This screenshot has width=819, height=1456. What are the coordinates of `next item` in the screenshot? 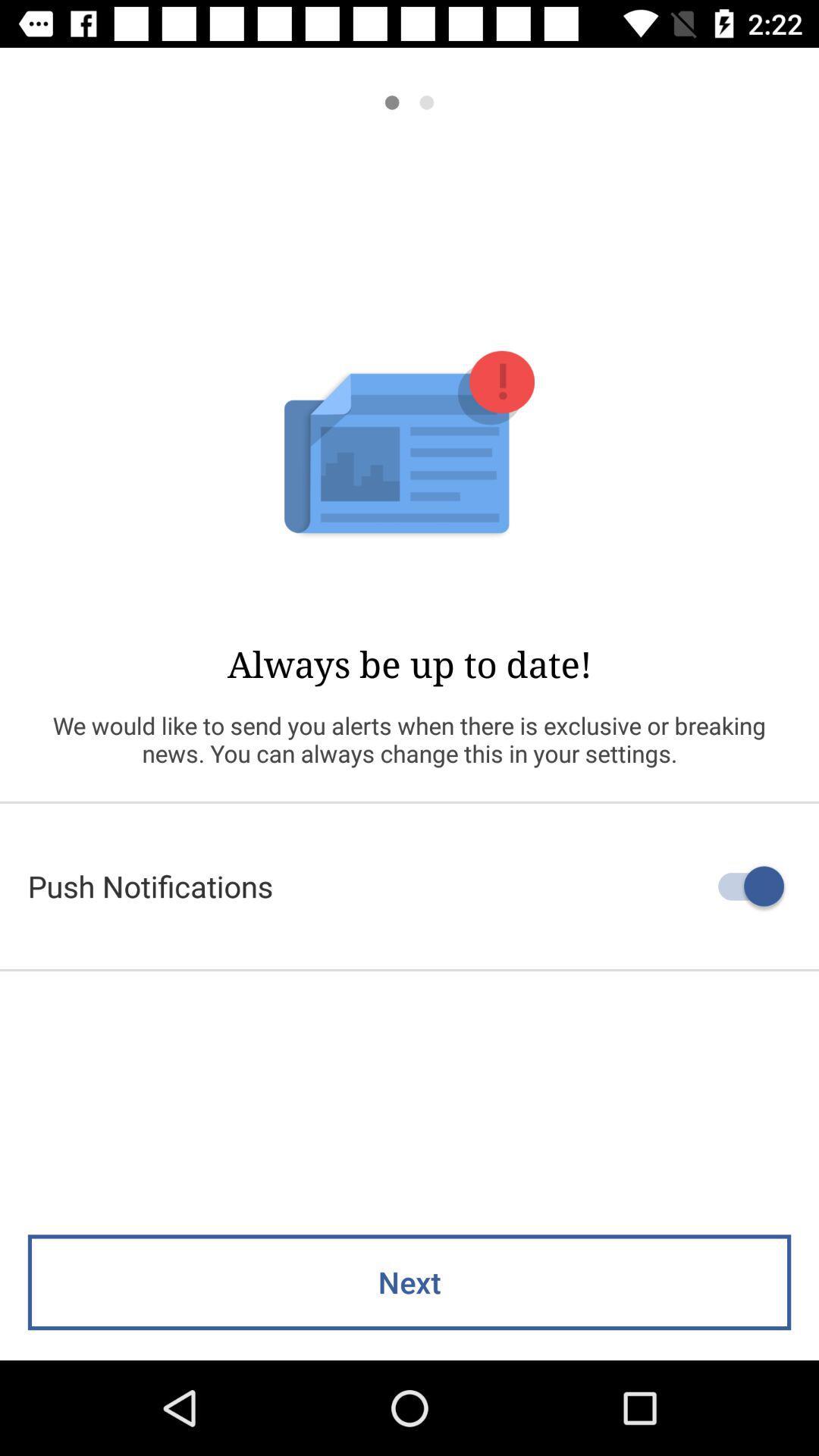 It's located at (409, 1282).